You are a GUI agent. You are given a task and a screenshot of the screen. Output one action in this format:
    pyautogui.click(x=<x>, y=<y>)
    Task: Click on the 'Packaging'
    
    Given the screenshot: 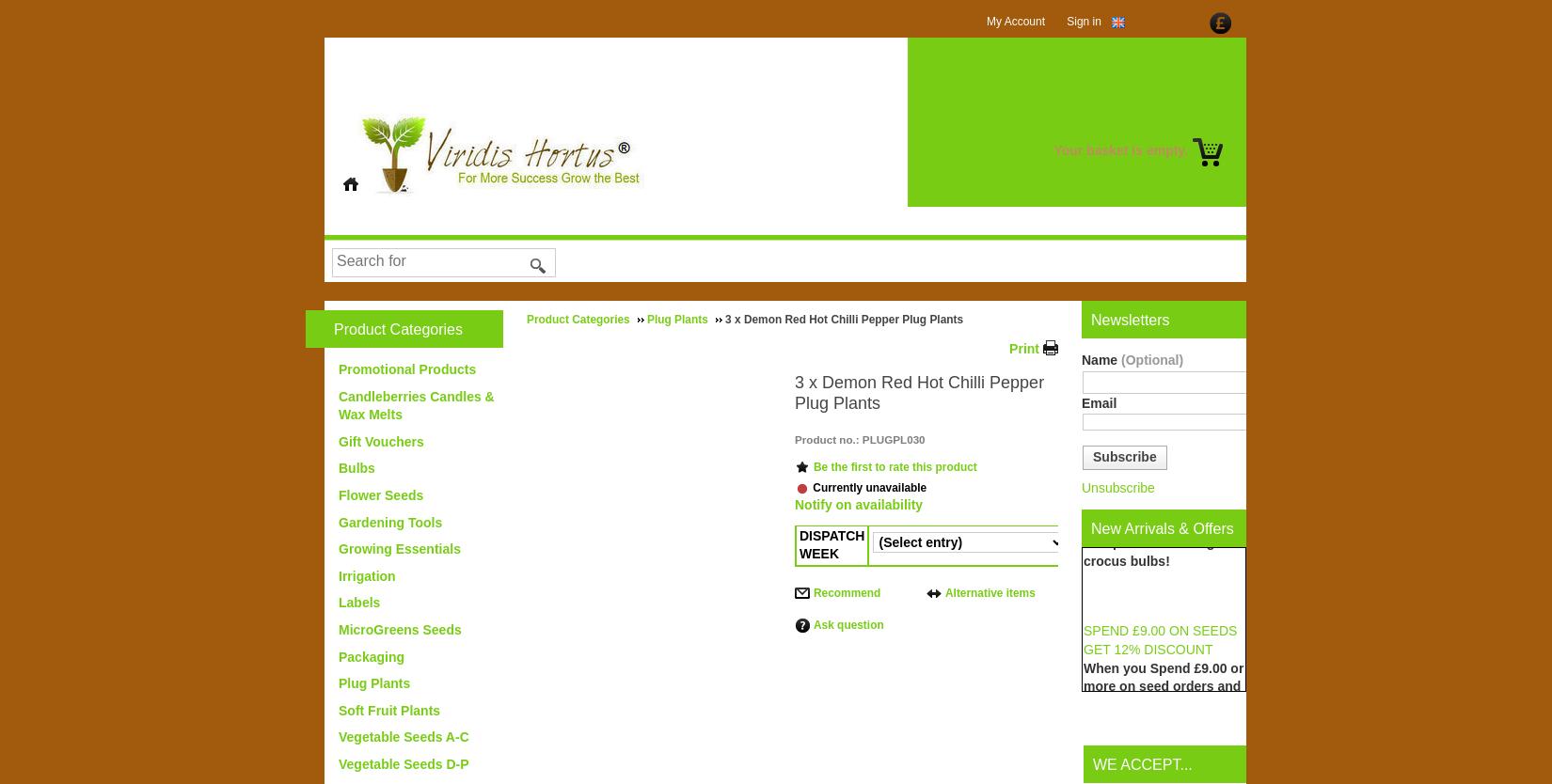 What is the action you would take?
    pyautogui.click(x=372, y=655)
    